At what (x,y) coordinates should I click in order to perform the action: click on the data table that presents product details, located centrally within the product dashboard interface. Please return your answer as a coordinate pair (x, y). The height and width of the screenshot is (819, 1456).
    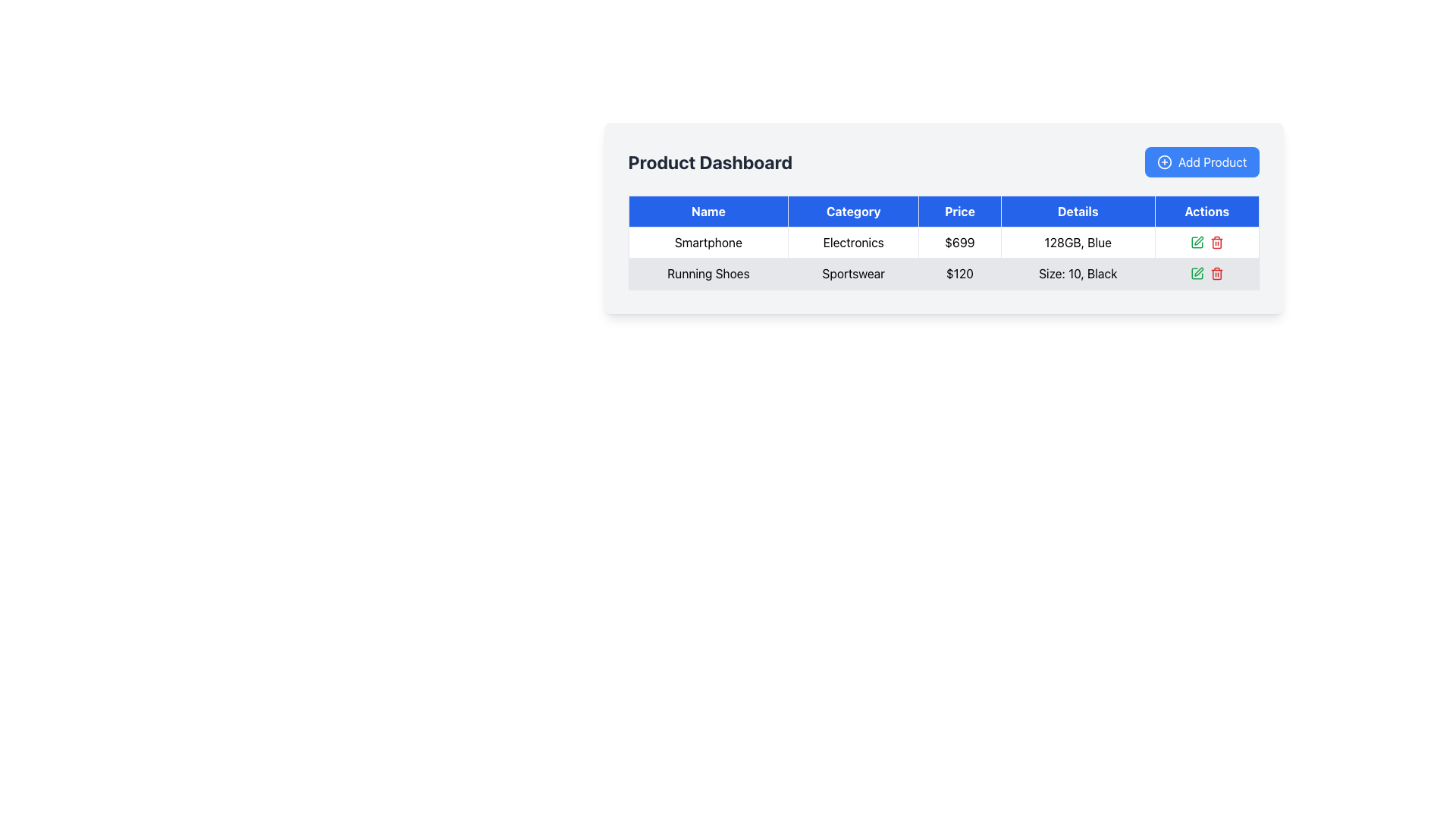
    Looking at the image, I should click on (943, 242).